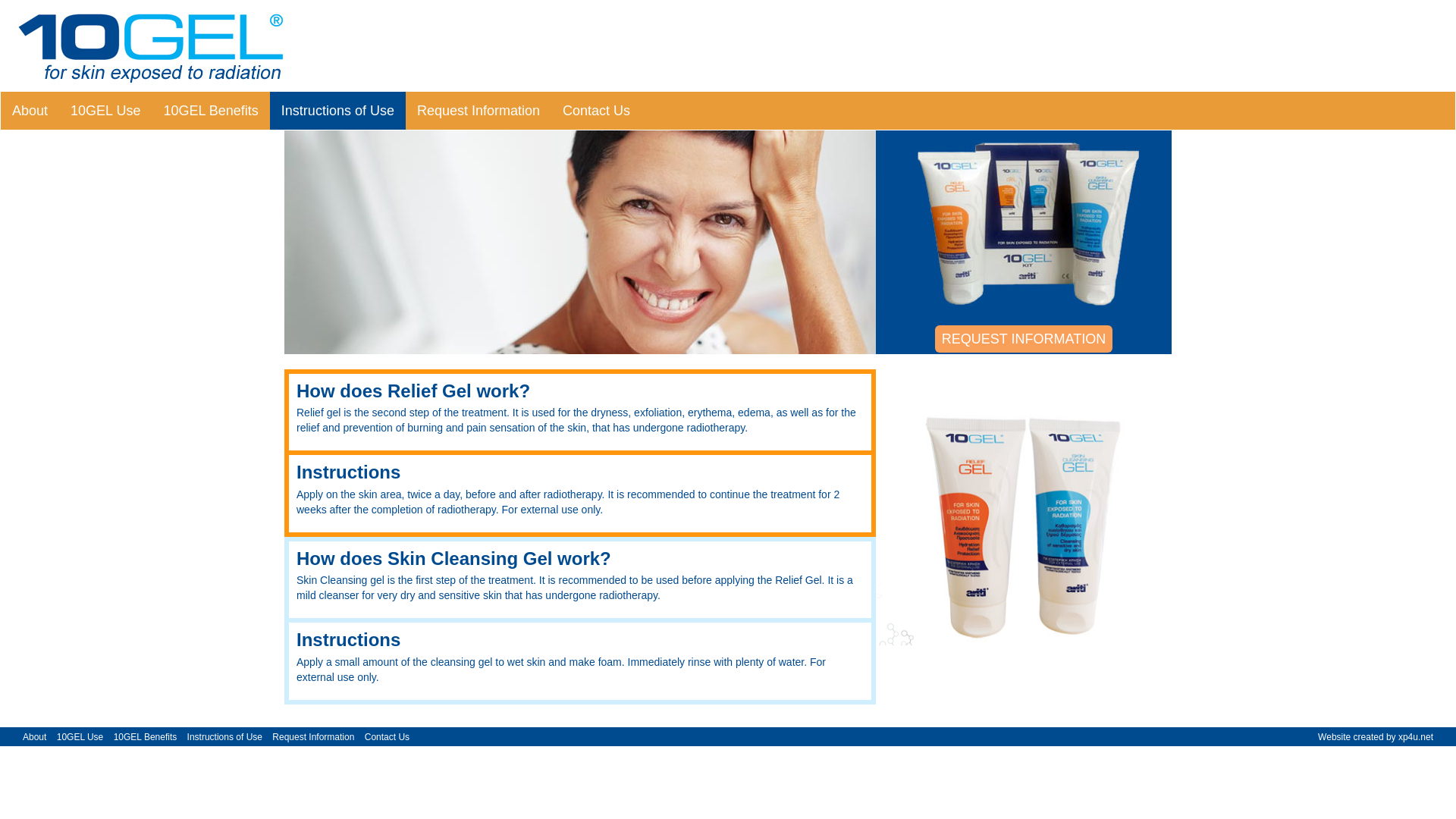  I want to click on 'About', so click(34, 736).